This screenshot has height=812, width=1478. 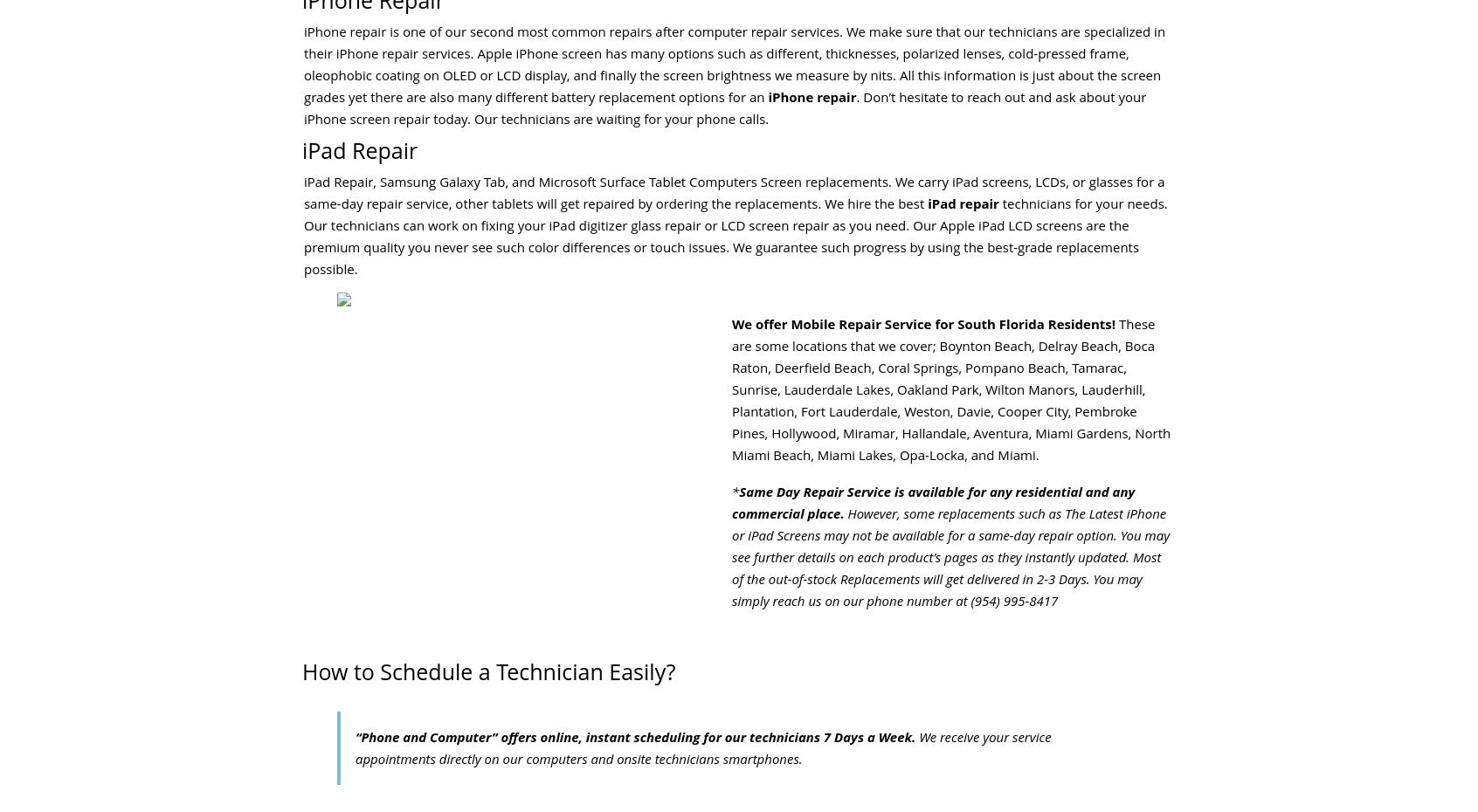 What do you see at coordinates (734, 62) in the screenshot?
I see `'iPhone repair is one of our second most common repairs after computer repair services. We make sure that our technicians are specialized in their iPhone repair services. Apple iPhone screen has many options such as different, thicknesses, polarized lenses, cold-pressed frame, oleophobic coating on OLED or LCD display, and finally the screen brightness we measure by nits. All this information is just about the screen grades yet there are also many different battery replacement options for an'` at bounding box center [734, 62].